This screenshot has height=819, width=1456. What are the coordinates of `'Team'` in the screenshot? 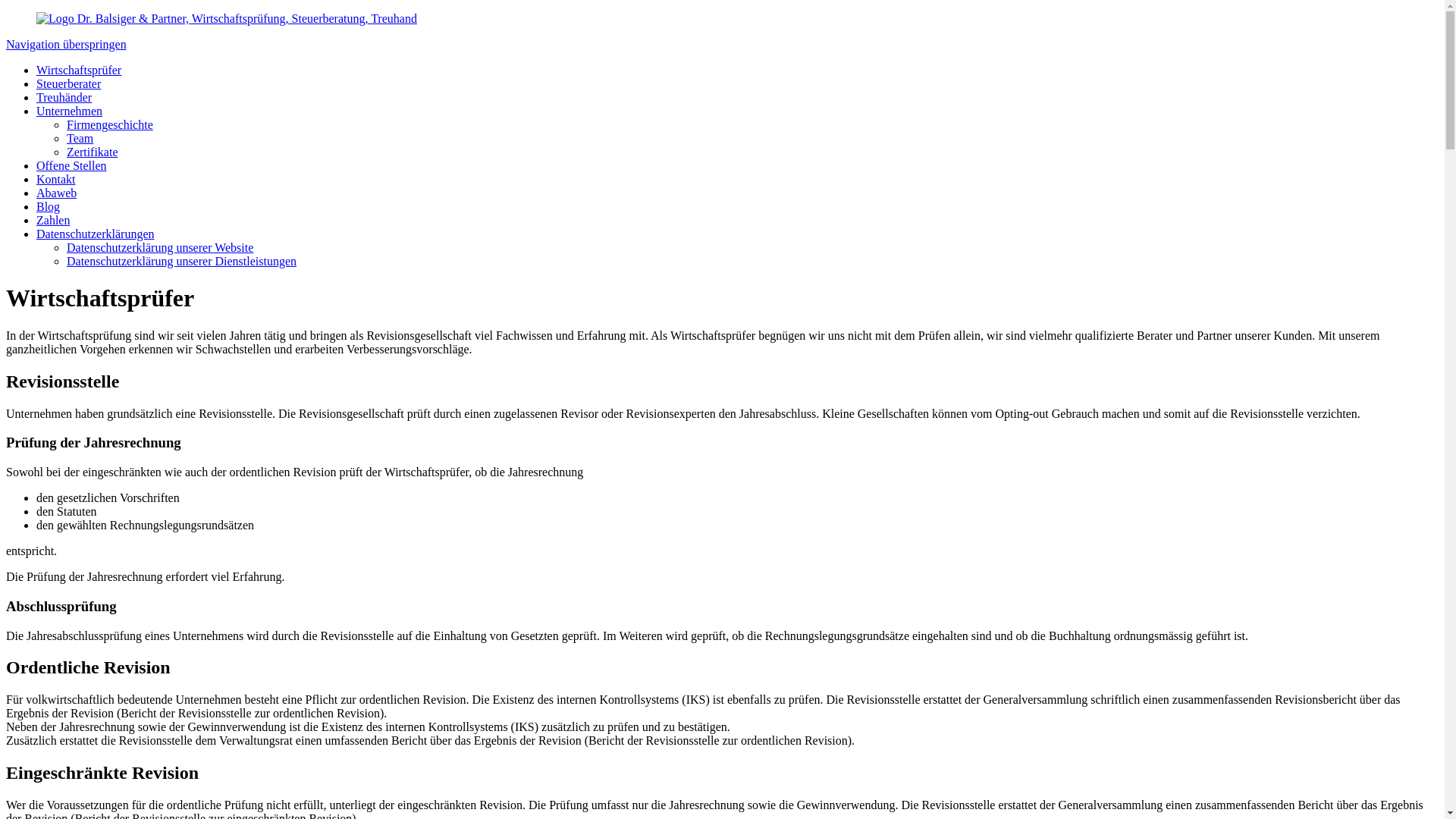 It's located at (79, 138).